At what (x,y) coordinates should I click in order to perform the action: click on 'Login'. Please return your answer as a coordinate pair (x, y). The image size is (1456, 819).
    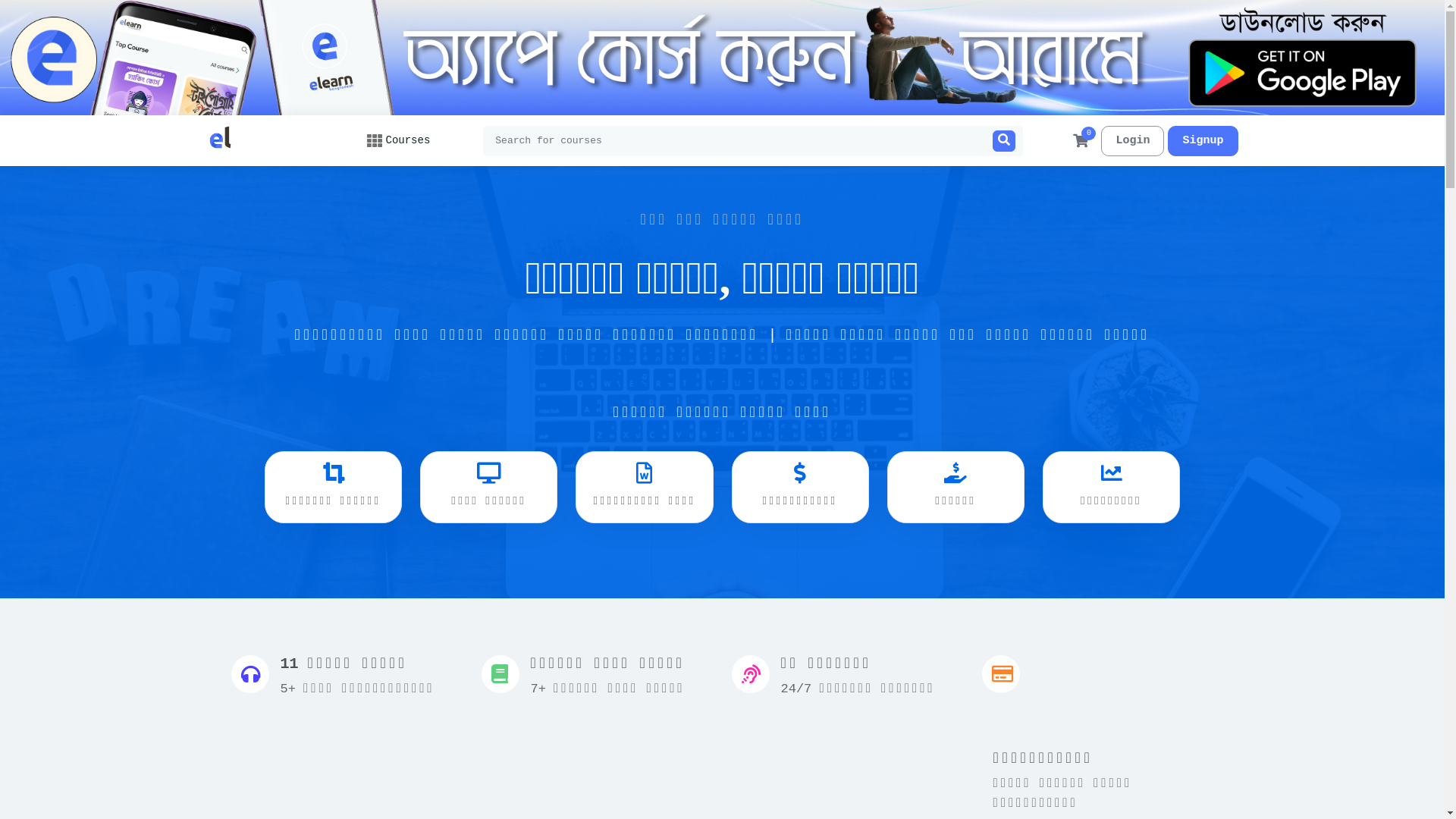
    Looking at the image, I should click on (1132, 140).